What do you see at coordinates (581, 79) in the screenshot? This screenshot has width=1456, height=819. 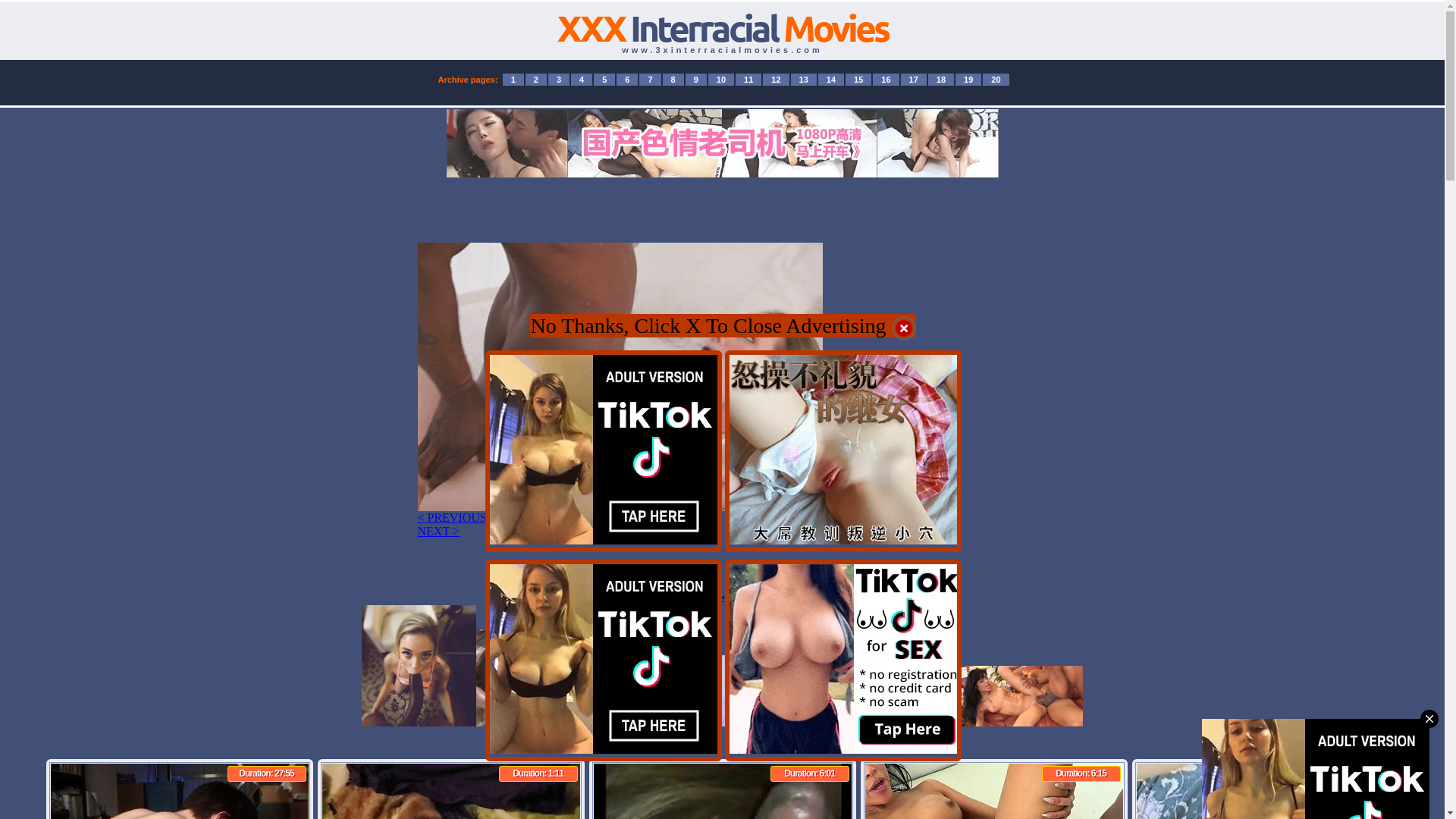 I see `'4'` at bounding box center [581, 79].